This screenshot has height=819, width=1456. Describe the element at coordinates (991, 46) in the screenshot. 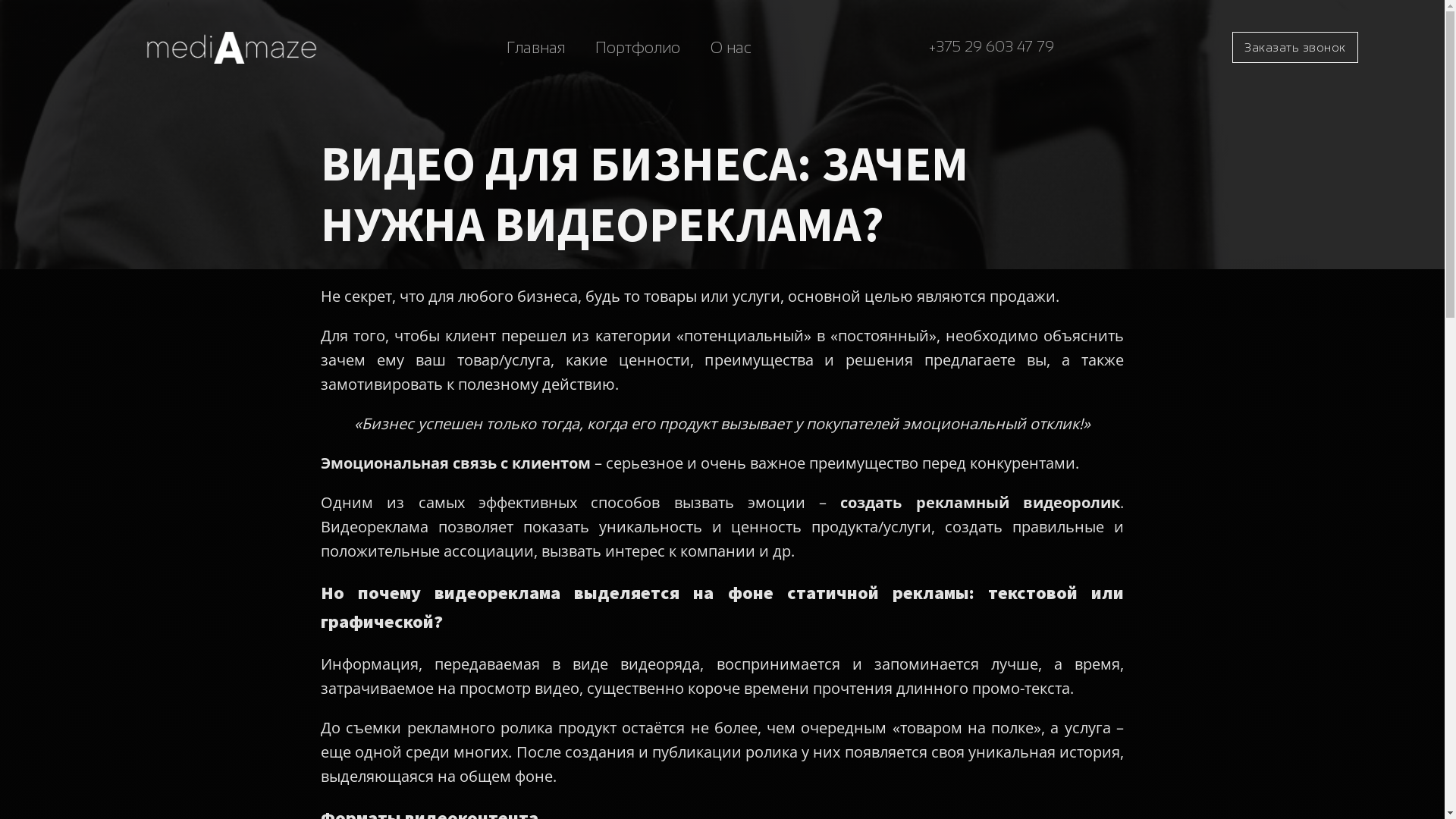

I see `'+375 29 603 47 79'` at that location.